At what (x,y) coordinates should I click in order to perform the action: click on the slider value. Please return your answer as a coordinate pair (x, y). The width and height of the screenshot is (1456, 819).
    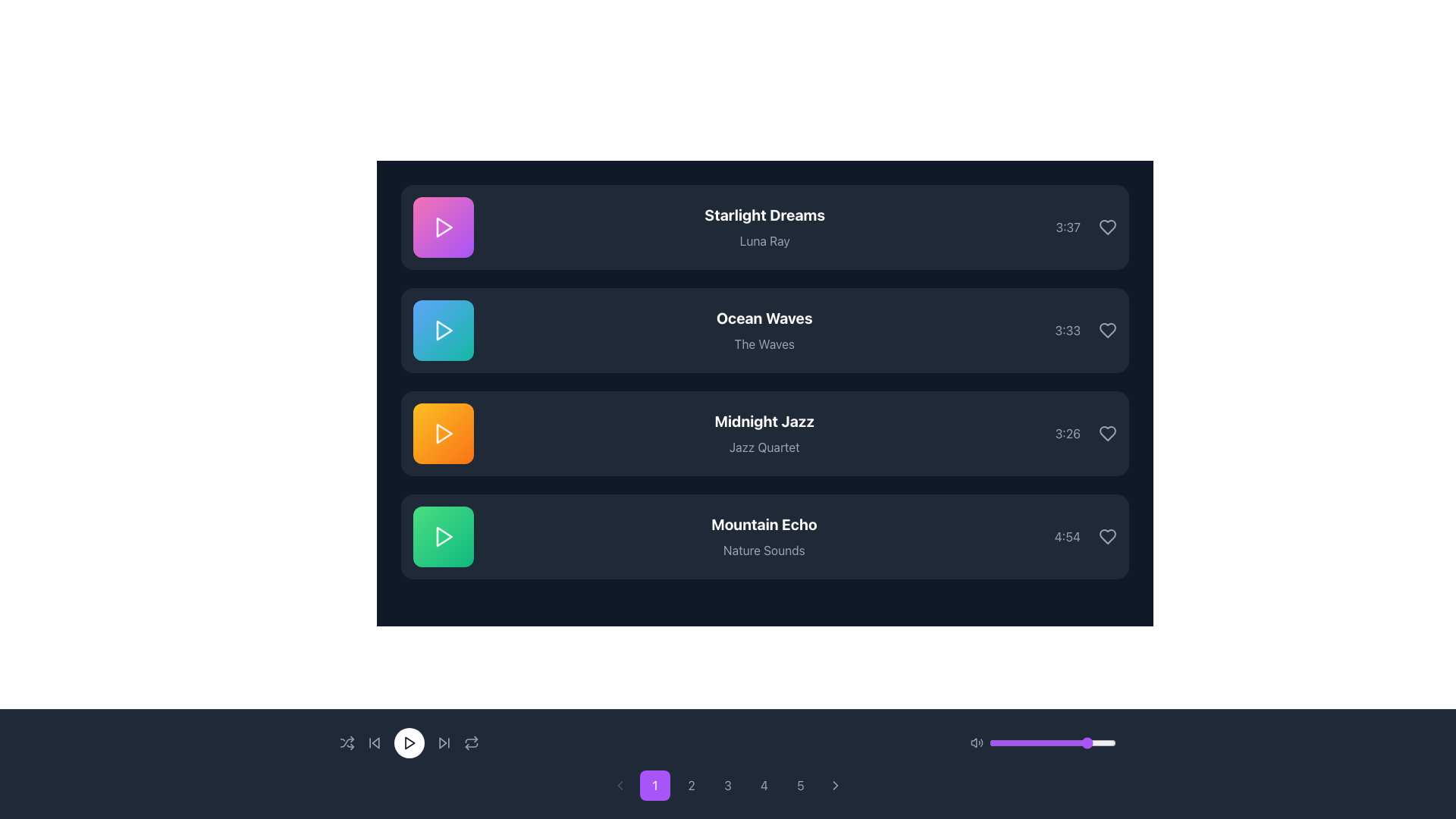
    Looking at the image, I should click on (1086, 742).